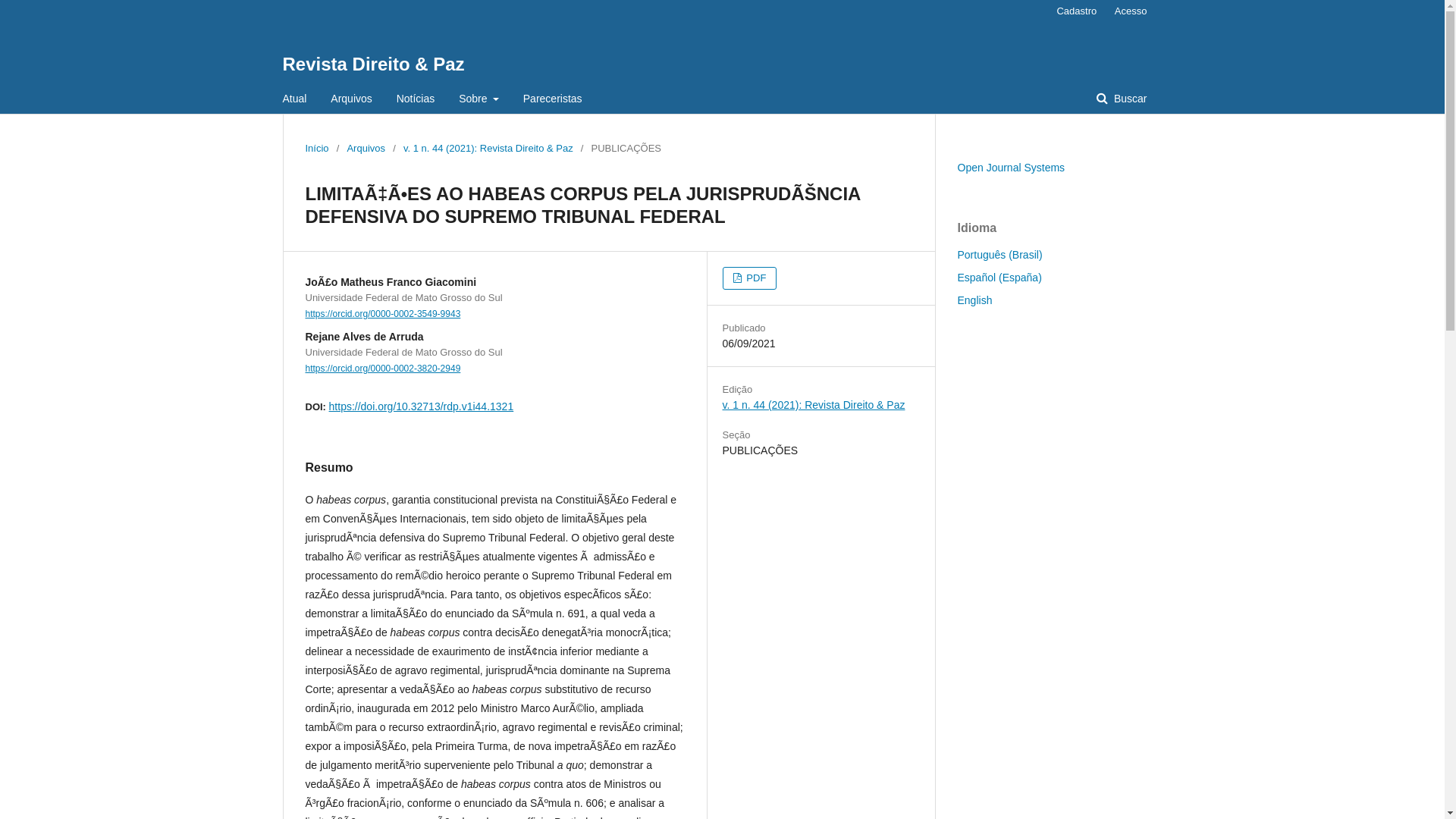  What do you see at coordinates (1011, 167) in the screenshot?
I see `'Open Journal Systems'` at bounding box center [1011, 167].